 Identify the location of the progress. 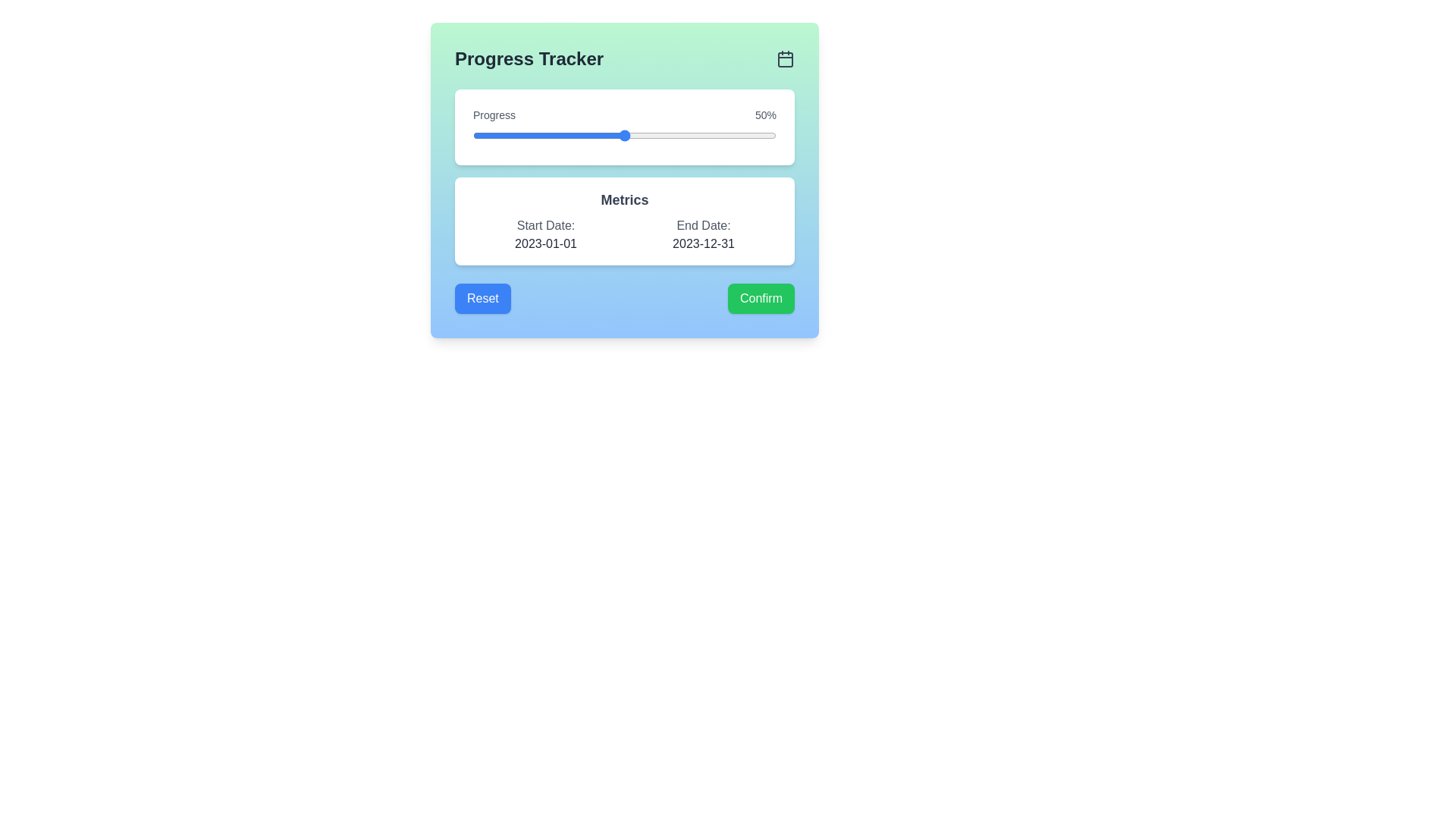
(596, 134).